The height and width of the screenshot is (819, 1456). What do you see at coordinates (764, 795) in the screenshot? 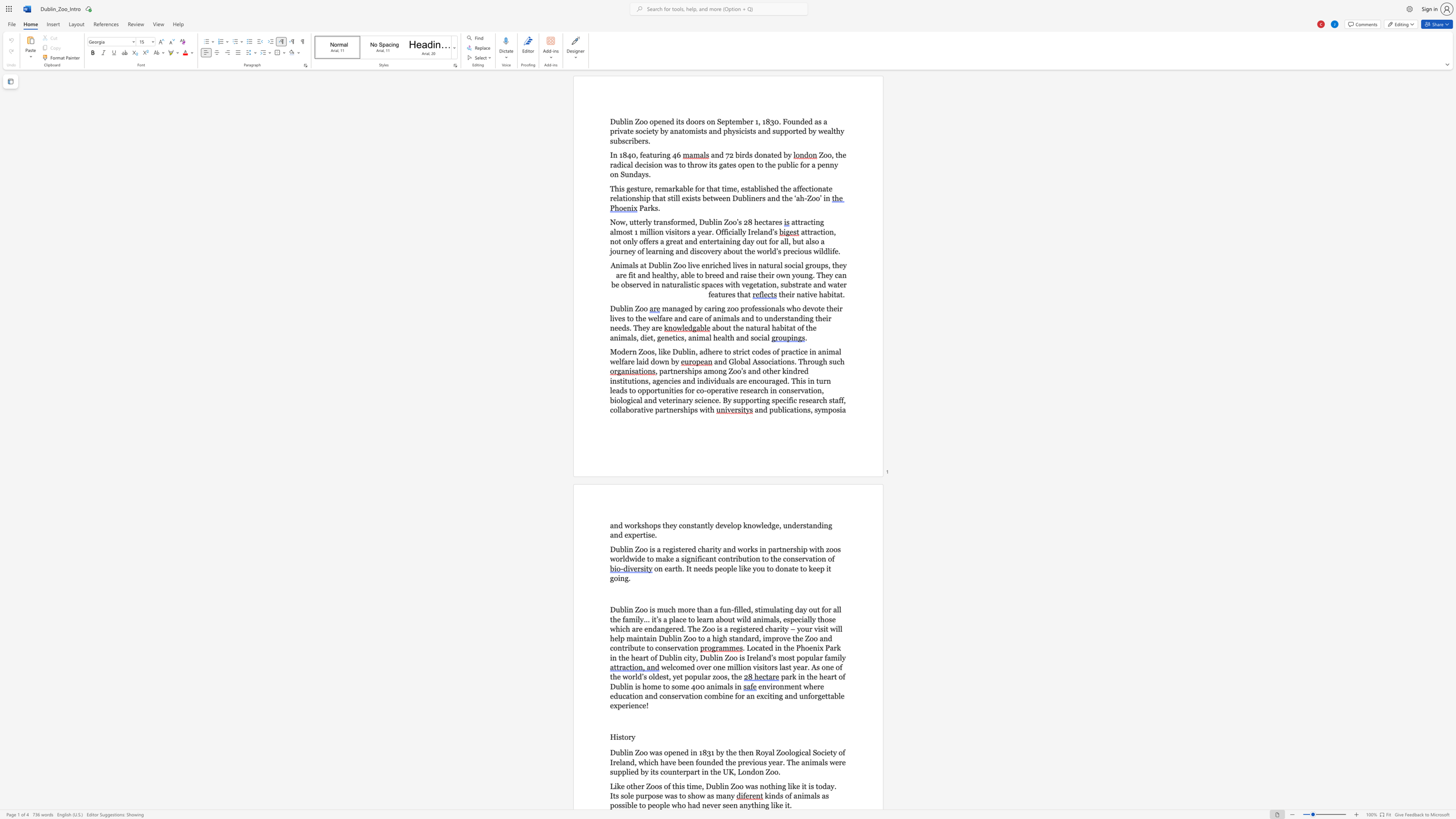
I see `the subset text "kinds of animals as possible to people who had never seen" within the text "kinds of animals as possible to people who had never seen anything like it."` at bounding box center [764, 795].